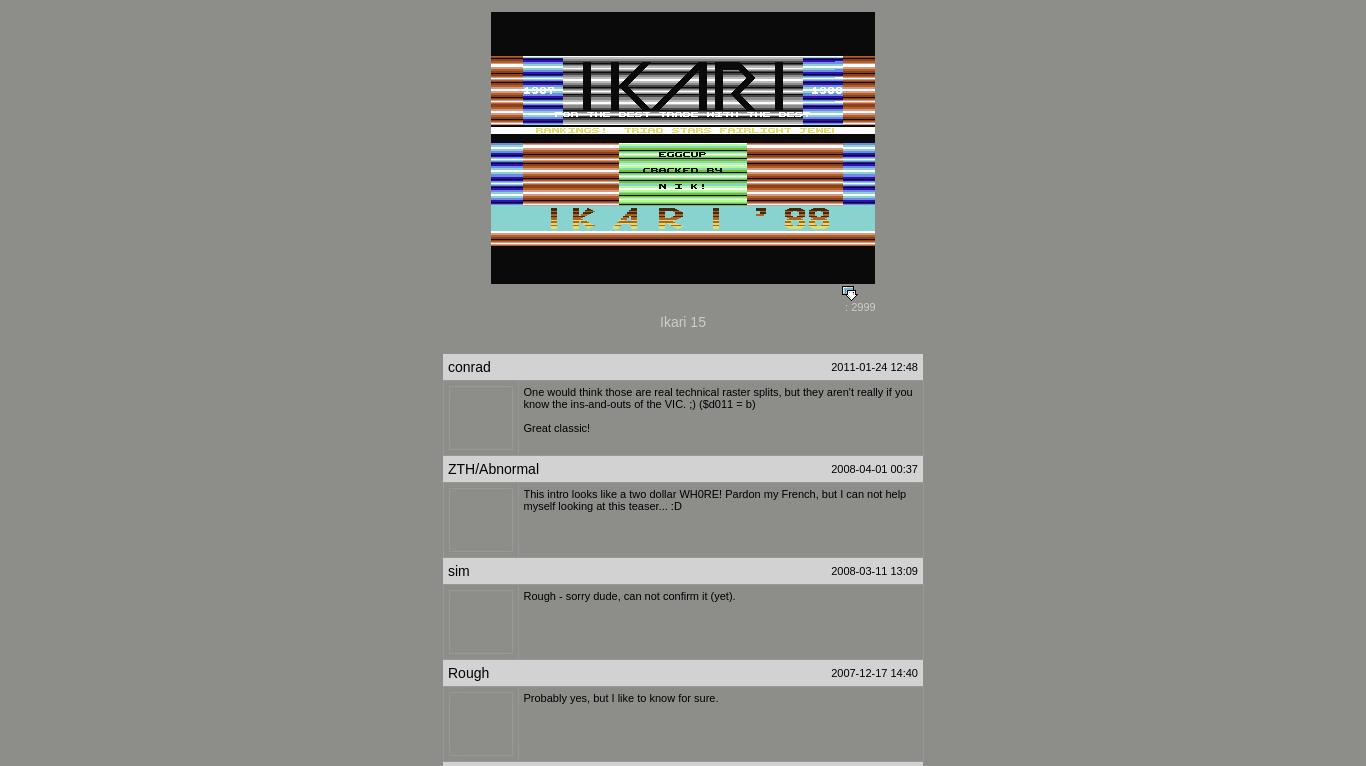 The height and width of the screenshot is (766, 1366). What do you see at coordinates (556, 427) in the screenshot?
I see `'Great classic!'` at bounding box center [556, 427].